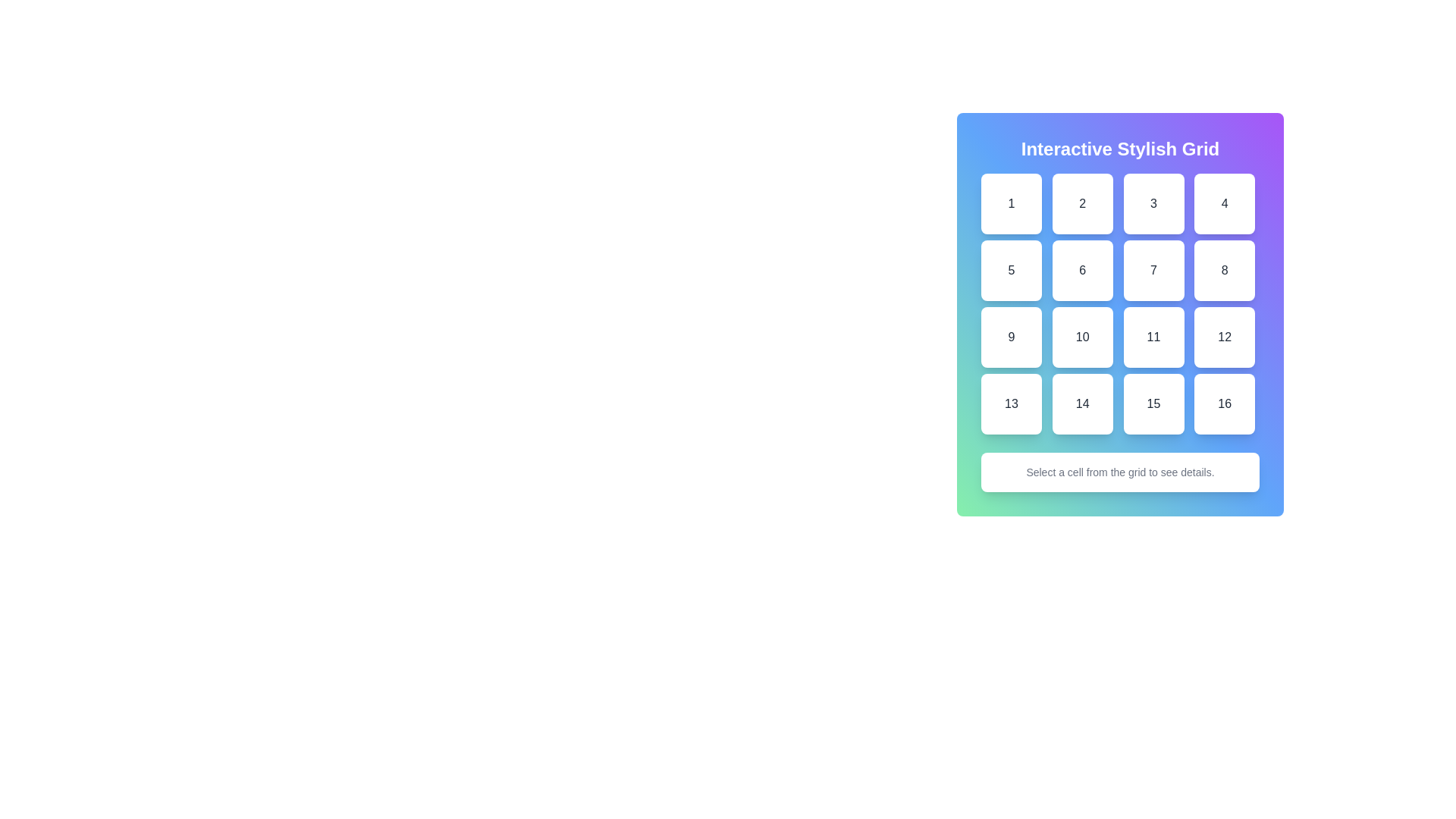 Image resolution: width=1456 pixels, height=819 pixels. I want to click on the interactive button in the second row and second column of the grid, so click(1081, 270).